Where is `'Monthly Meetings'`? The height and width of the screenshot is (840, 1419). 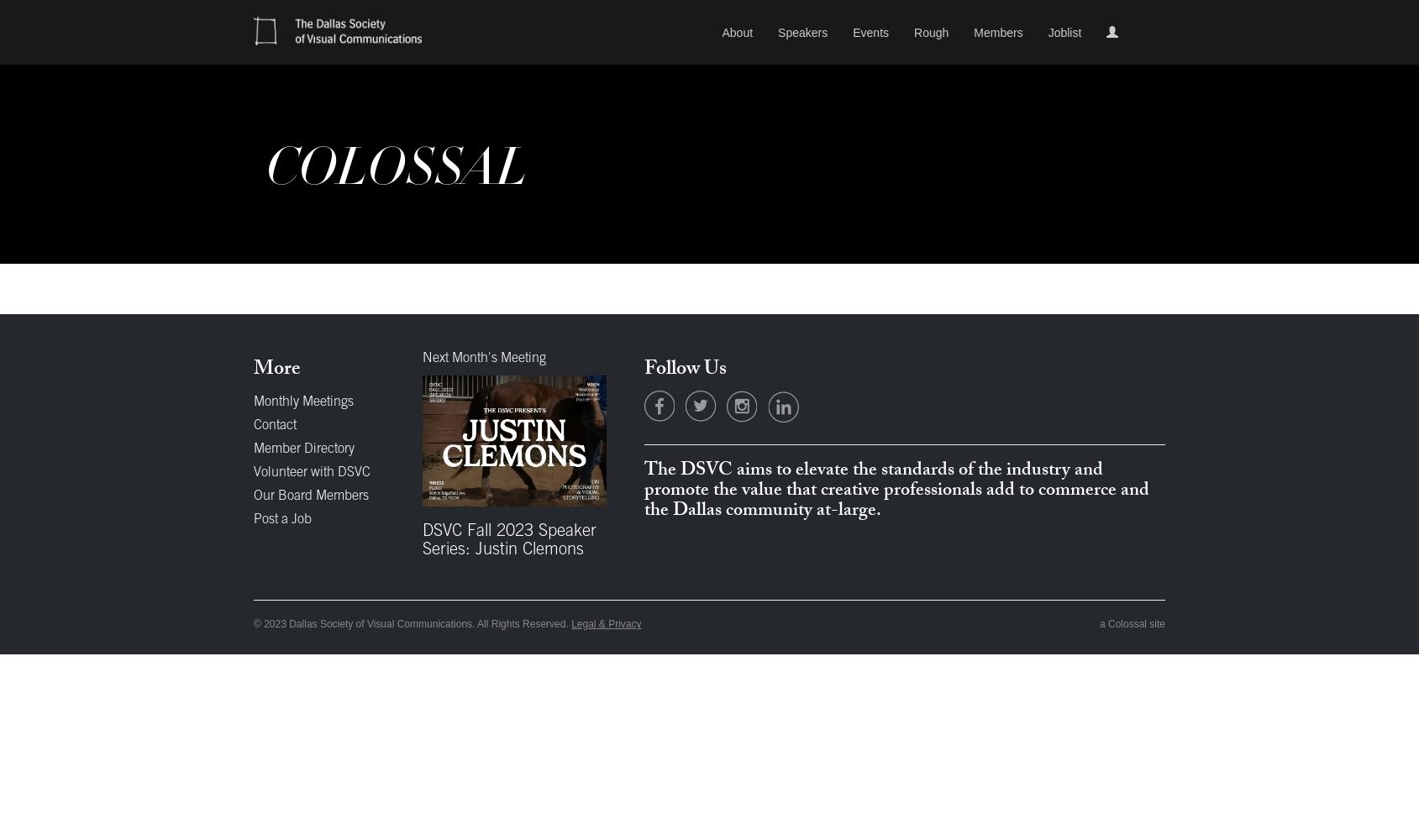
'Monthly Meetings' is located at coordinates (303, 402).